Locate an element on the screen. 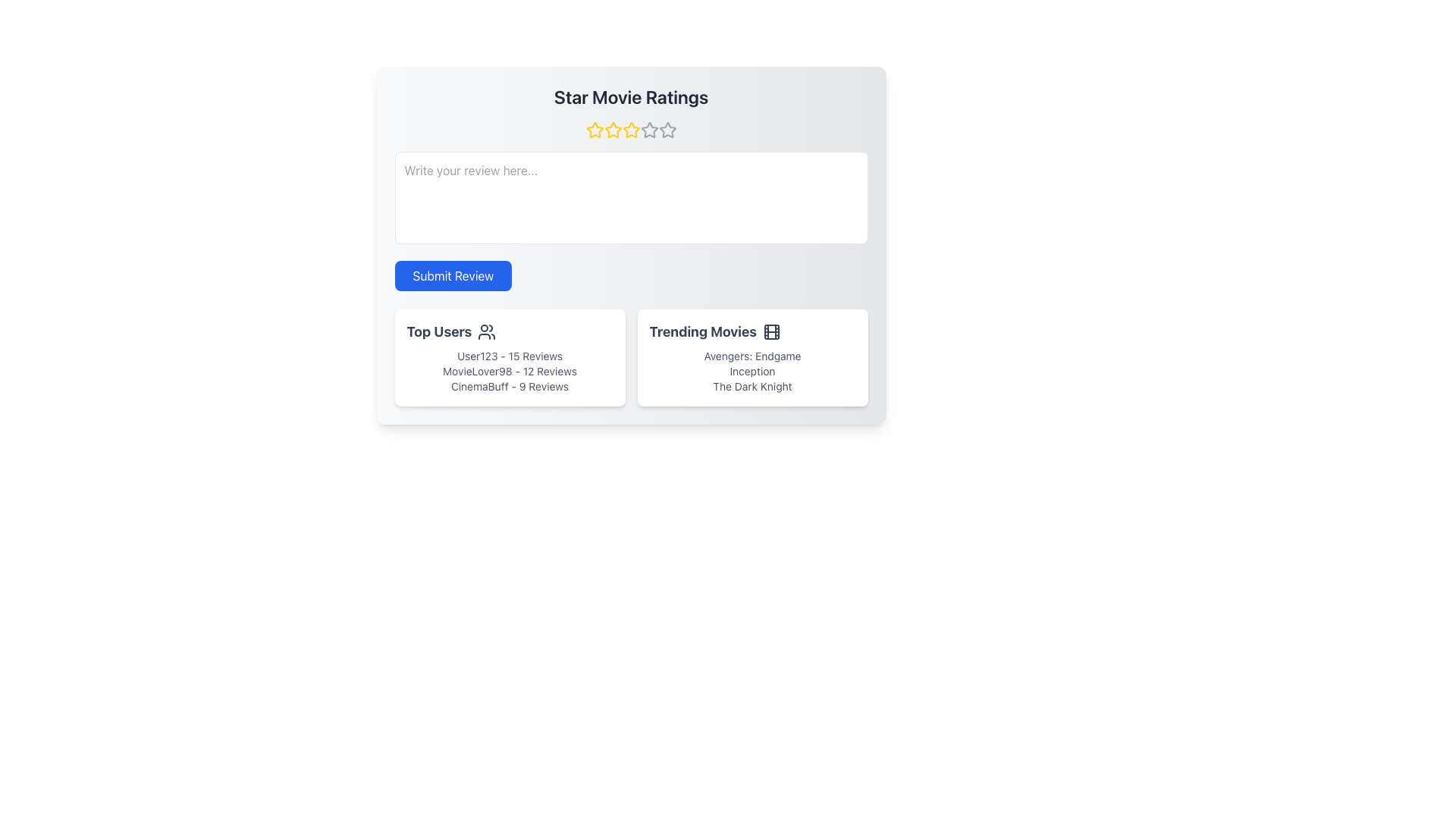 This screenshot has height=819, width=1456. 'Trending Movies' card located in the bottom right corner of the grid layout to view the movie list including 'Avengers: Endgame', 'Inception', and 'The Dark Knight' is located at coordinates (752, 357).